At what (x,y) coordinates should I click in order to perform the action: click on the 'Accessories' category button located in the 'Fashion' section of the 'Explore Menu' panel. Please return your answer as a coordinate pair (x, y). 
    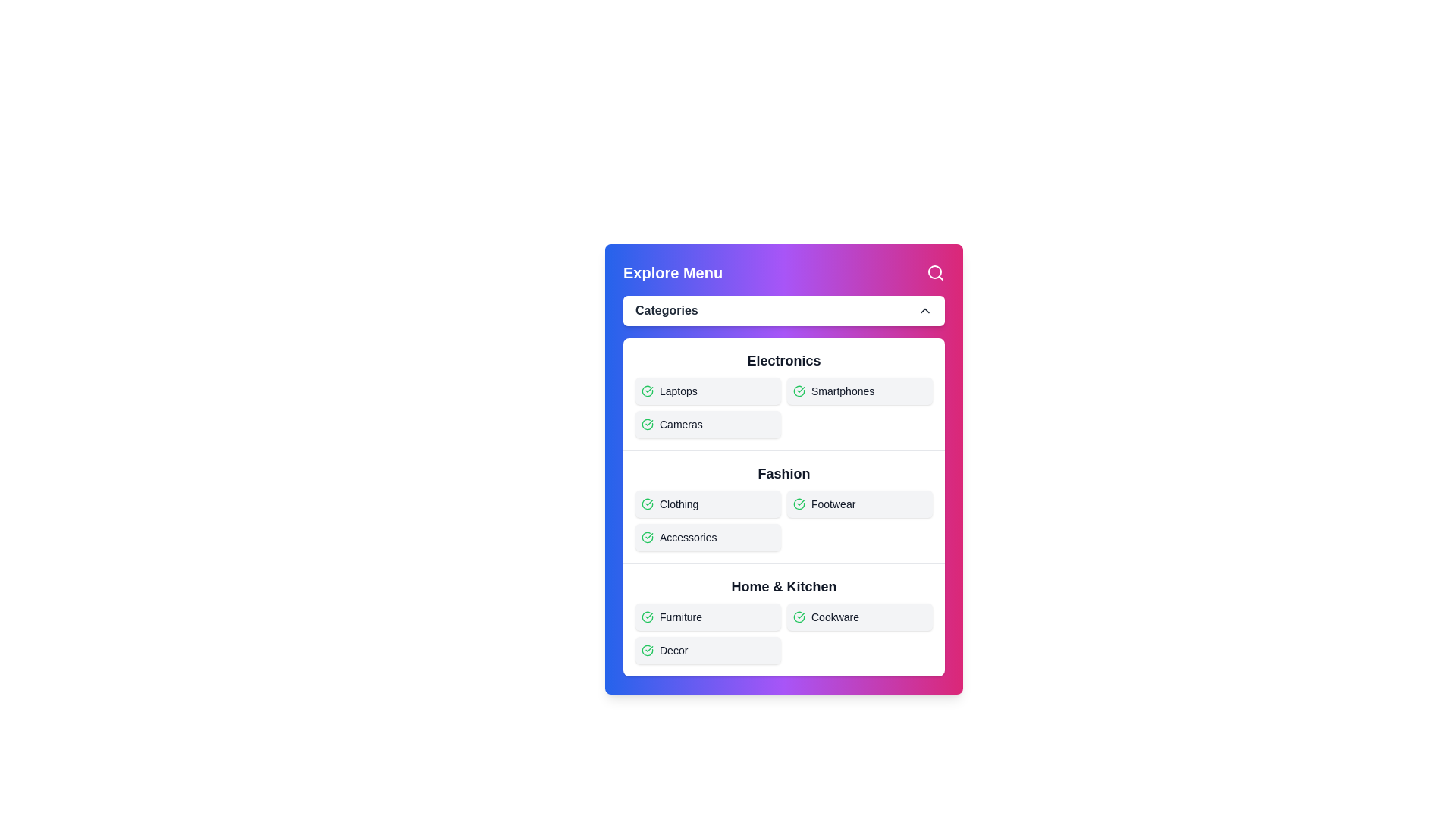
    Looking at the image, I should click on (708, 537).